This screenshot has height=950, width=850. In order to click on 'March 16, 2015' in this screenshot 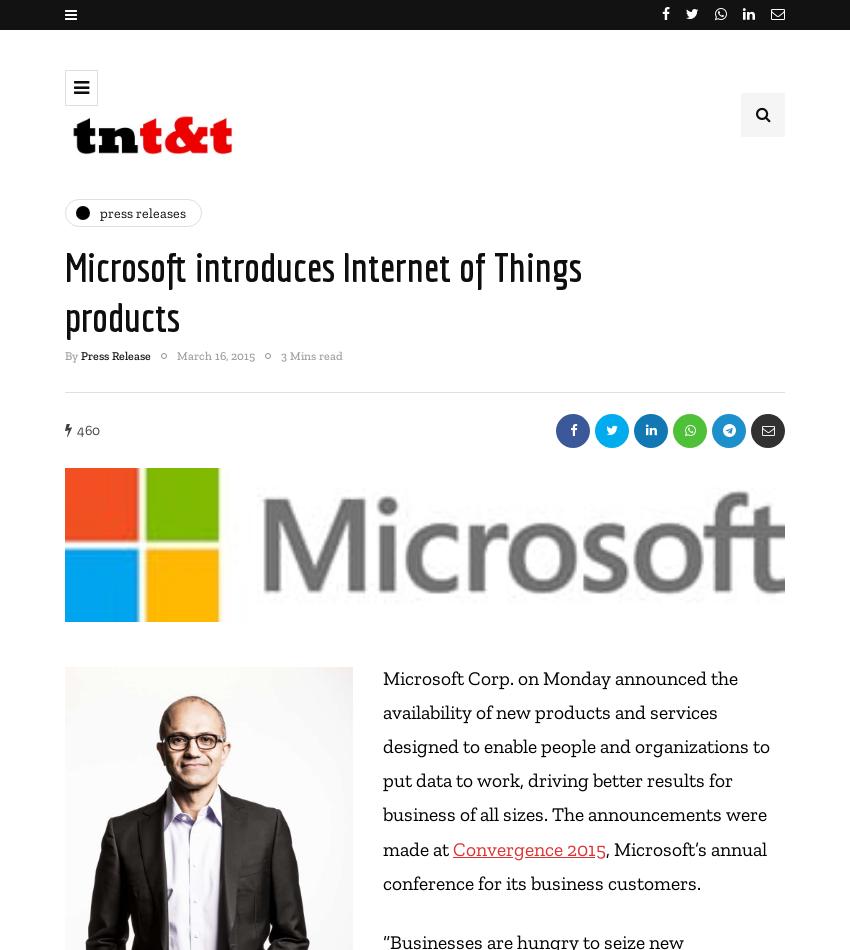, I will do `click(175, 354)`.